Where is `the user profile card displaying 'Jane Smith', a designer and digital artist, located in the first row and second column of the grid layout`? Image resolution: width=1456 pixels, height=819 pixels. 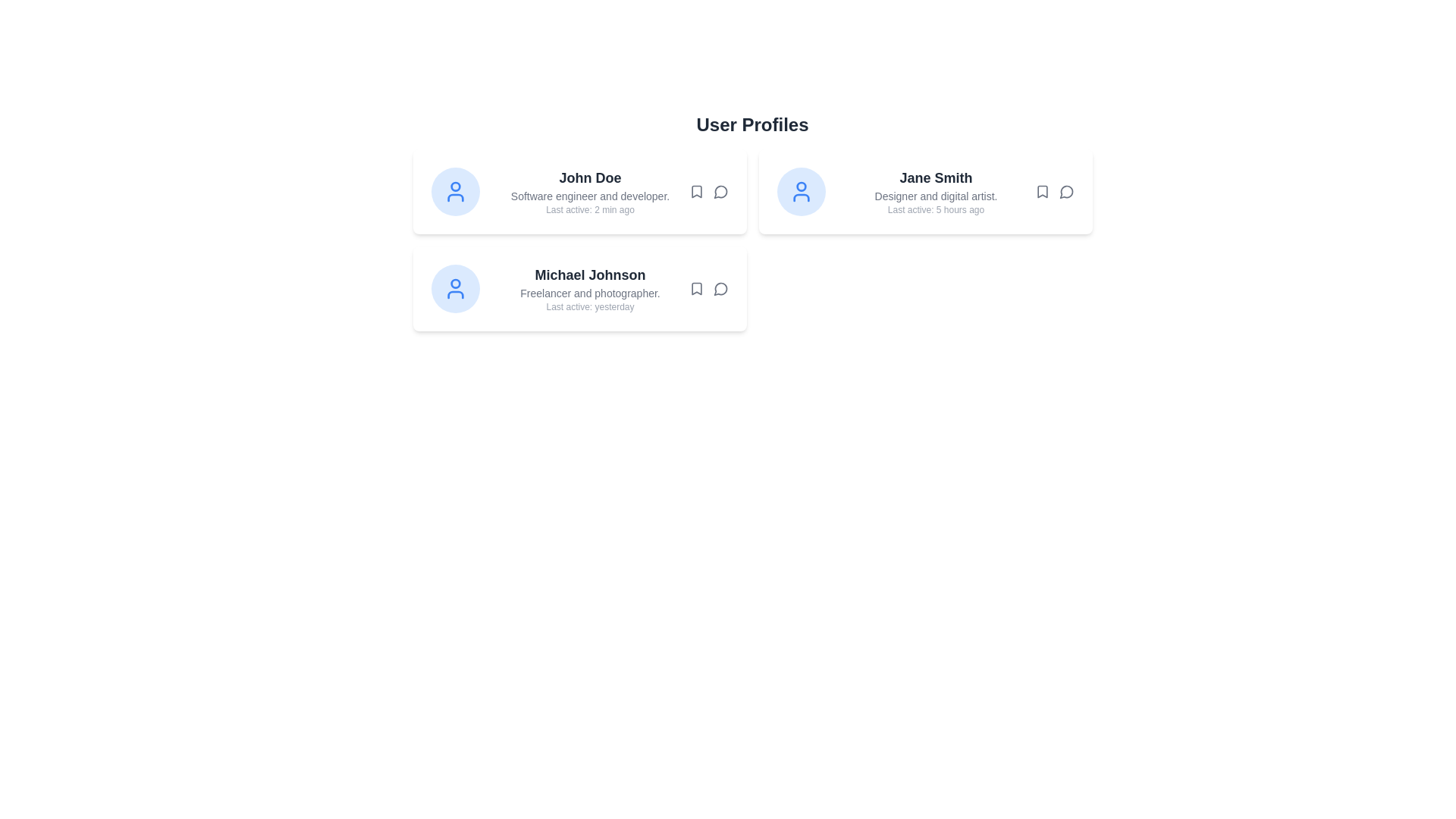 the user profile card displaying 'Jane Smith', a designer and digital artist, located in the first row and second column of the grid layout is located at coordinates (924, 191).